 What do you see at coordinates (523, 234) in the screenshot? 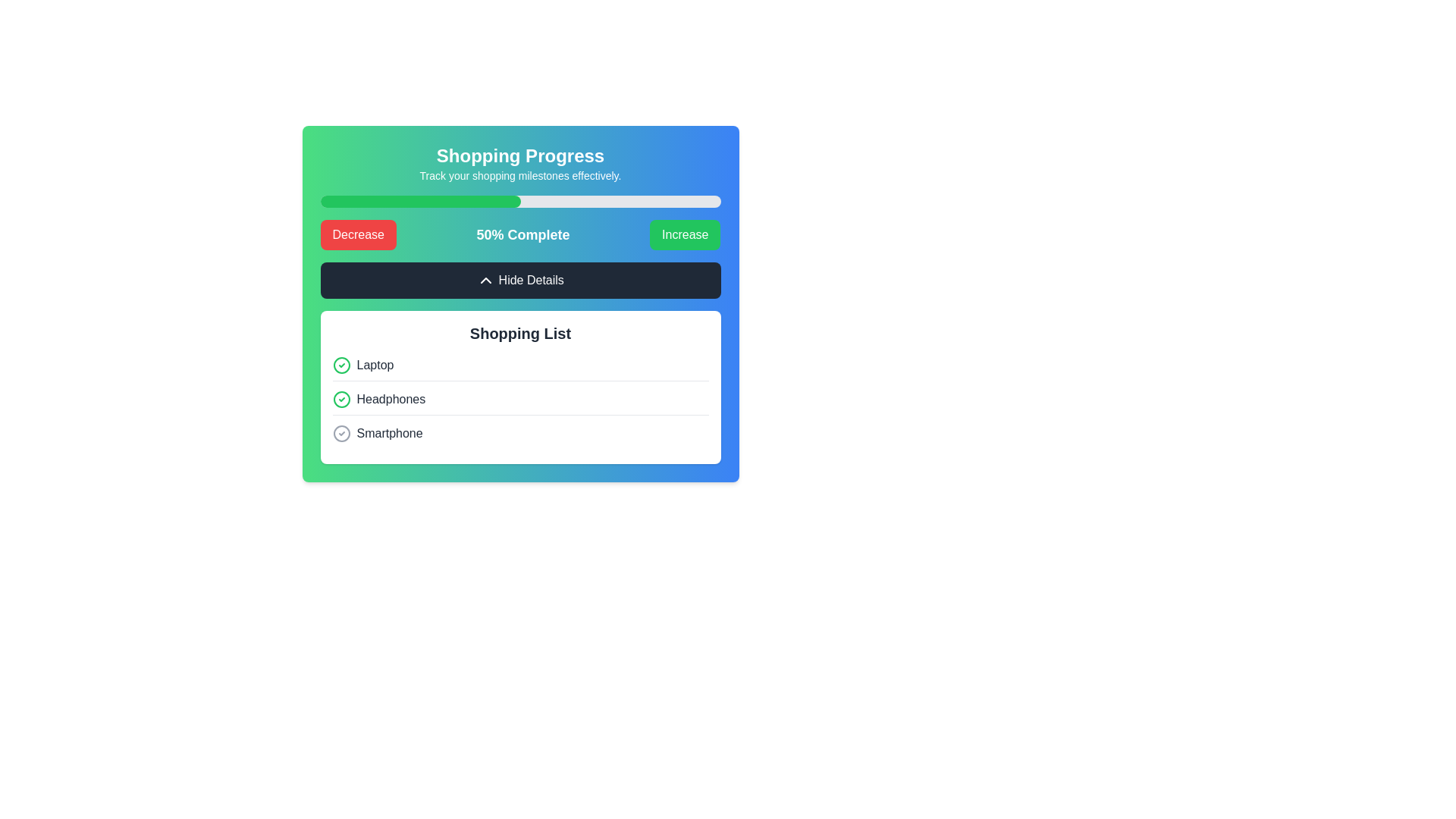
I see `the static text label displaying '50% Complete', which is bold and white on a gradient blue background, located between the 'Decrease' and 'Increase' buttons, just below a progress bar` at bounding box center [523, 234].